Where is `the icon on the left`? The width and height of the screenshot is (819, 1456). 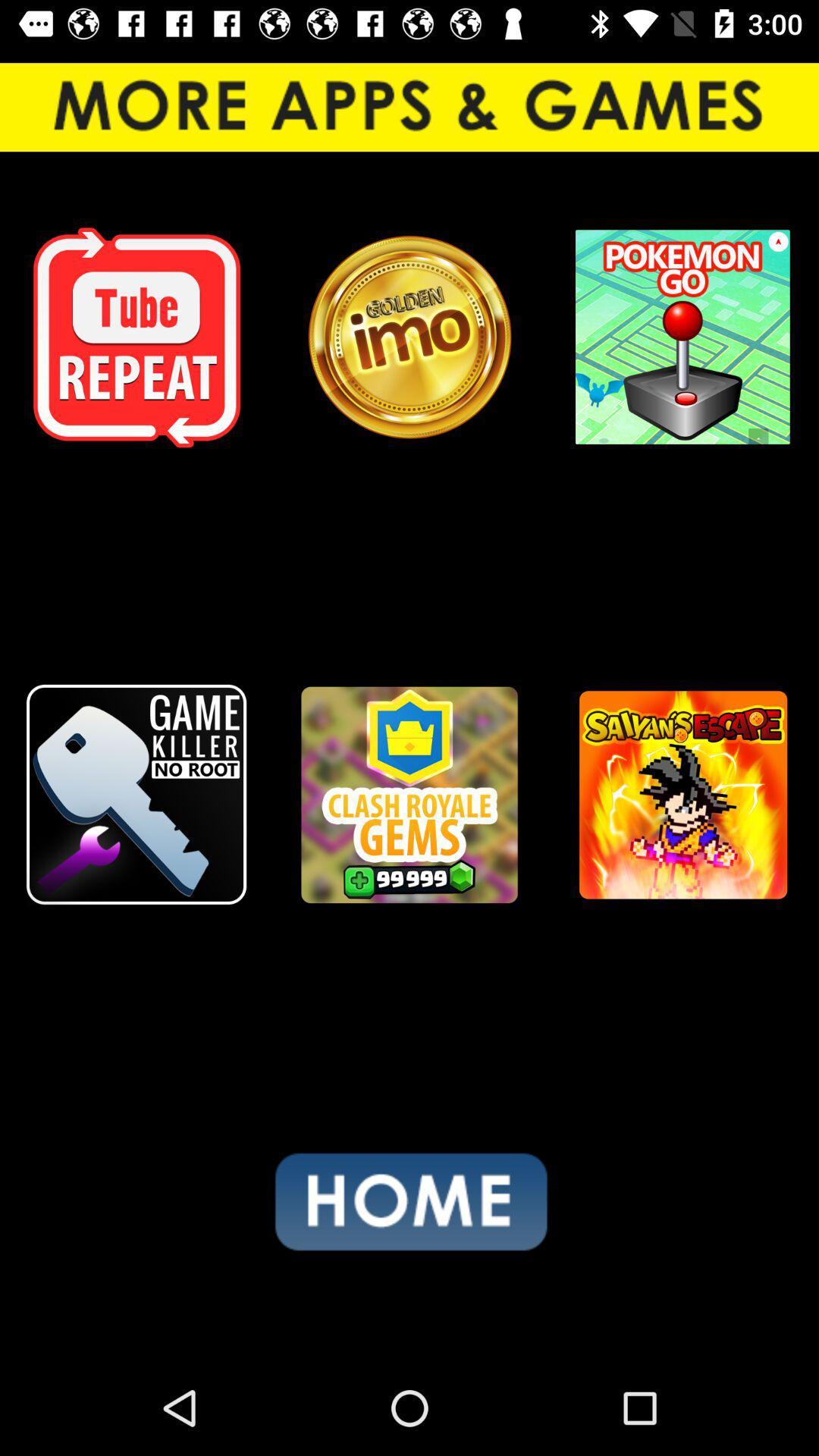 the icon on the left is located at coordinates (136, 794).